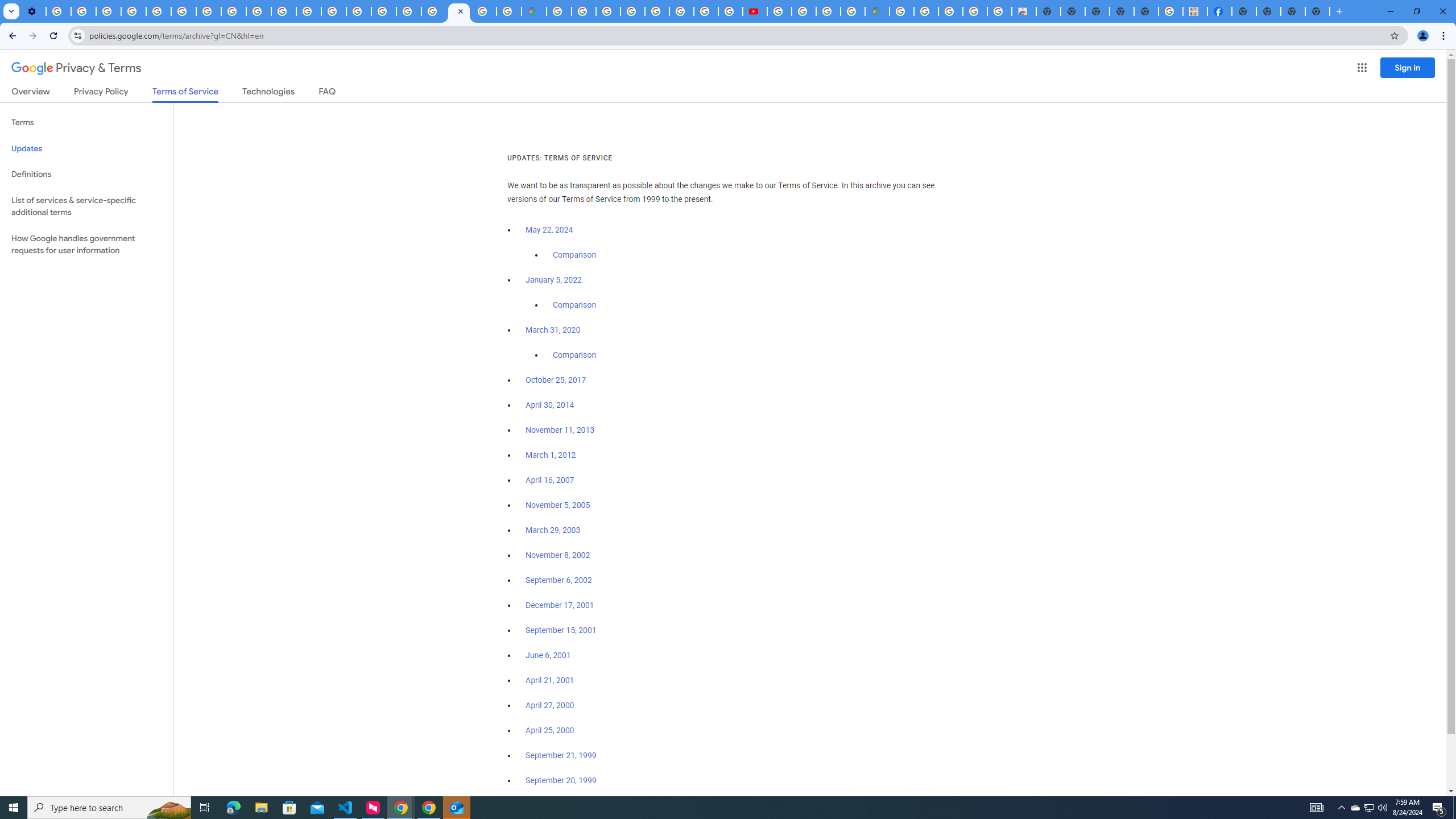  Describe the element at coordinates (549, 230) in the screenshot. I see `'May 22, 2024'` at that location.